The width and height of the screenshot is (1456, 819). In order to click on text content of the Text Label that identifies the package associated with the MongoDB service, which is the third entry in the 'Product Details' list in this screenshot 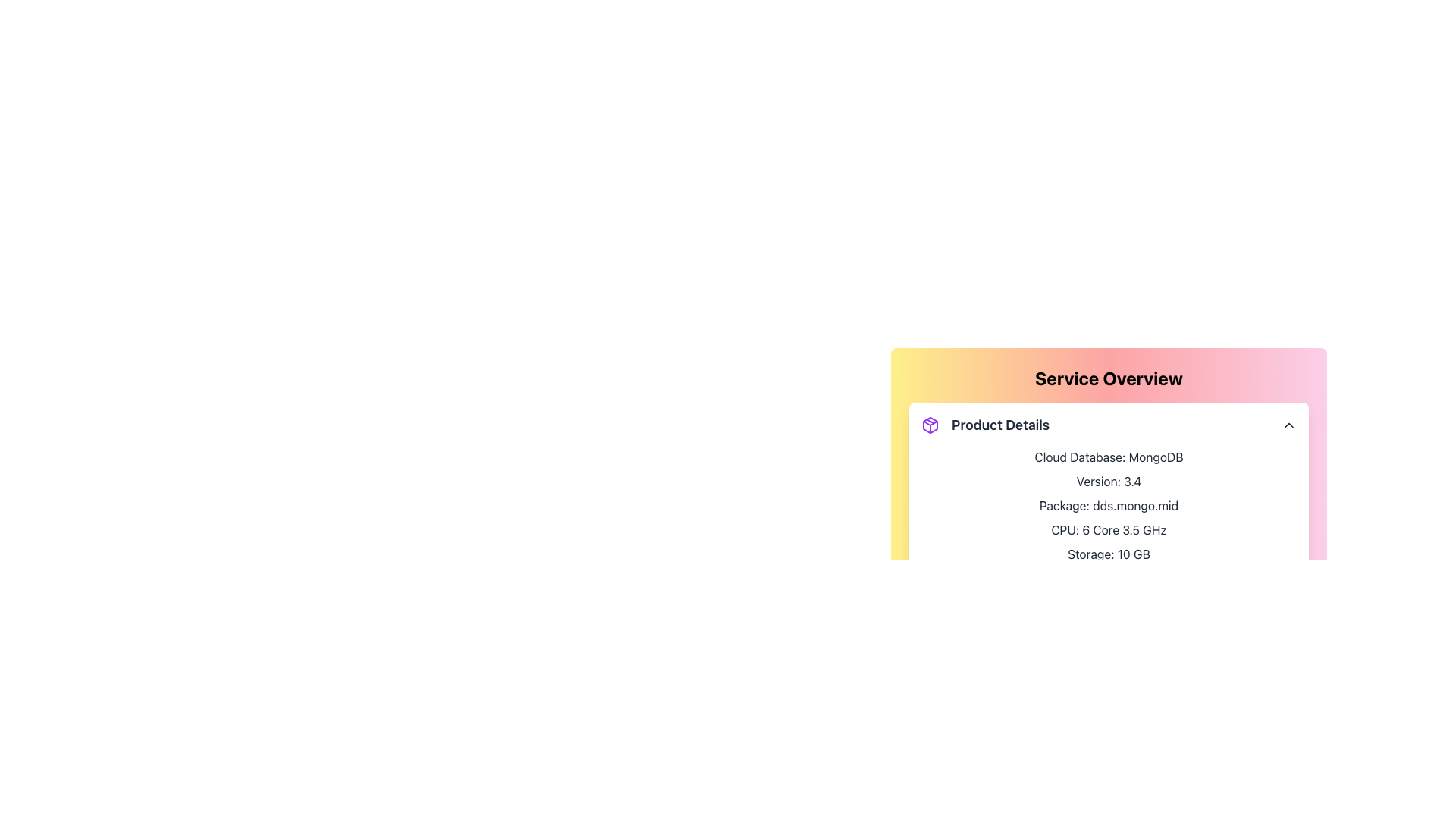, I will do `click(1109, 506)`.